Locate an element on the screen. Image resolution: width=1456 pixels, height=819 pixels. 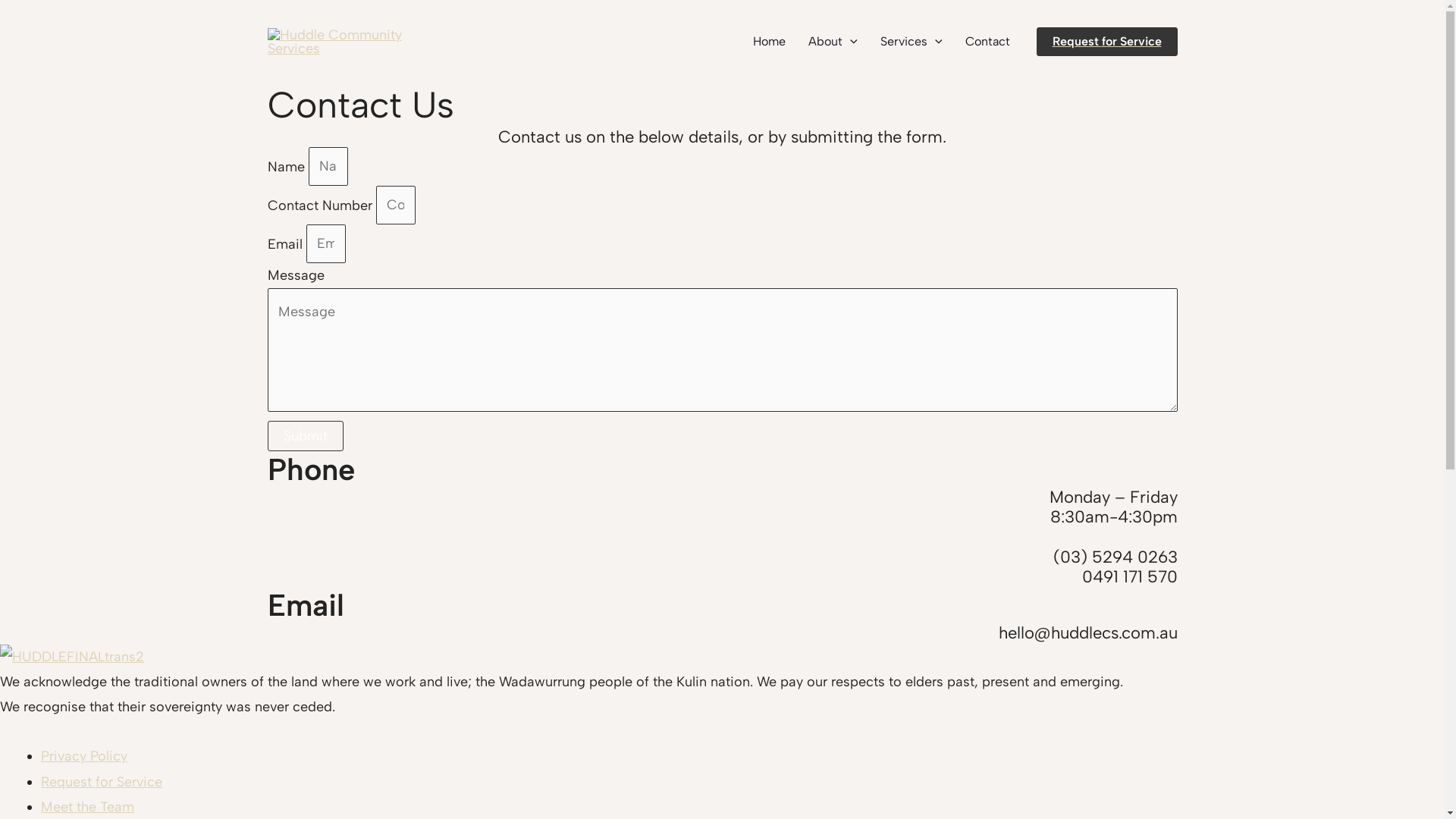
'Submit' is located at coordinates (304, 435).